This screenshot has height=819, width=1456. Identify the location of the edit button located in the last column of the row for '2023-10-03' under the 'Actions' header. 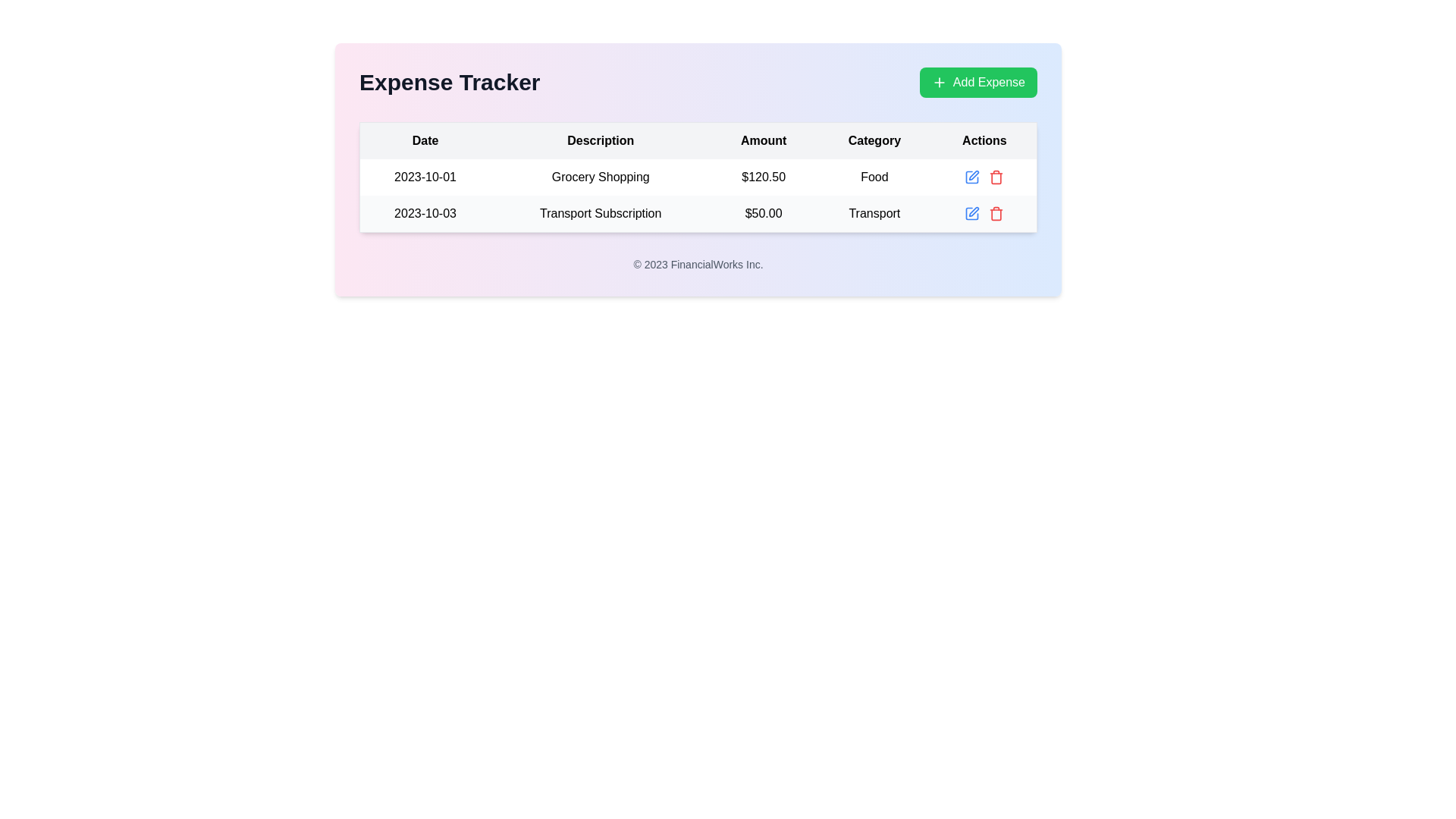
(971, 213).